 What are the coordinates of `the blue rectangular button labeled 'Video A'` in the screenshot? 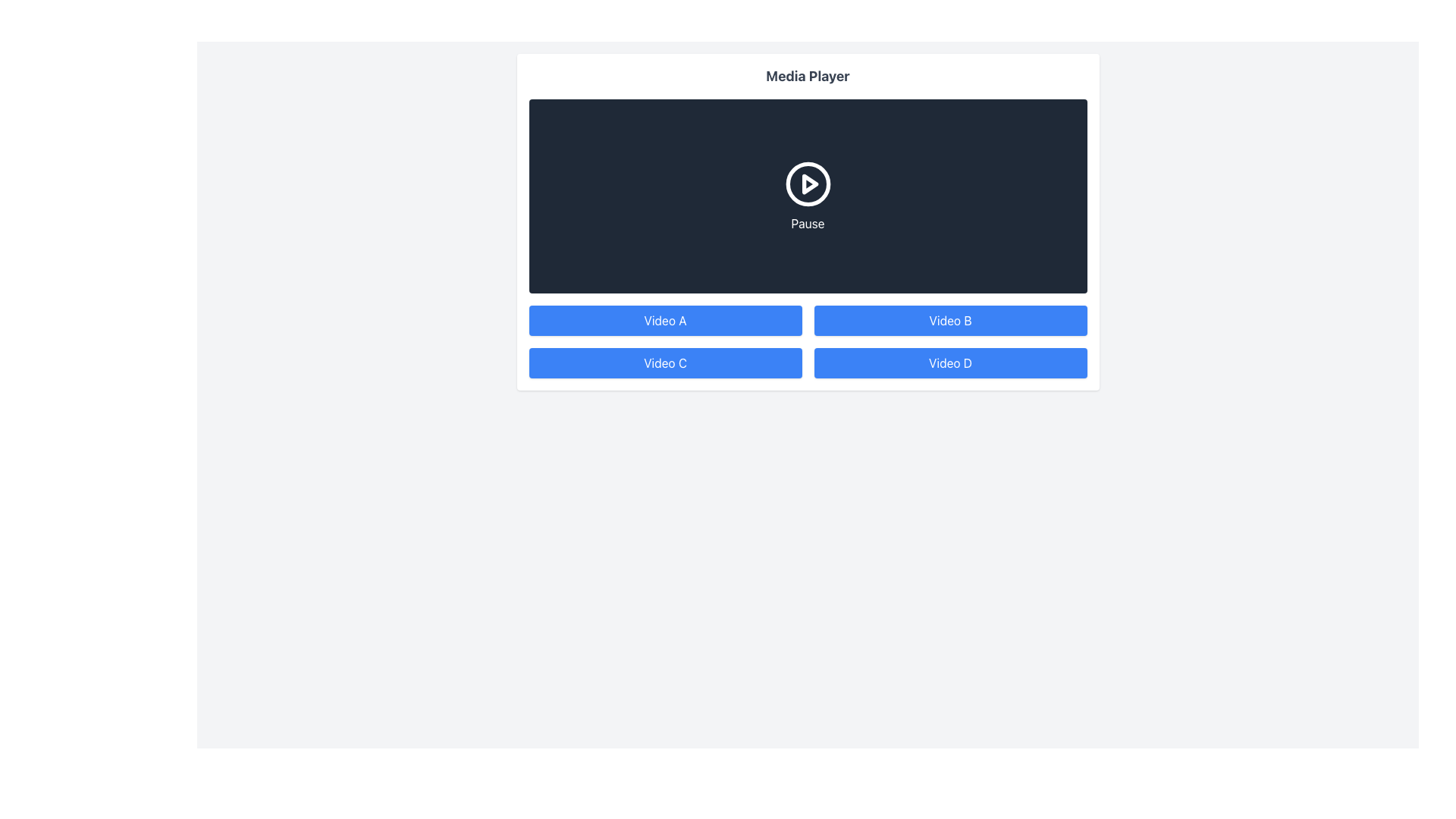 It's located at (665, 320).